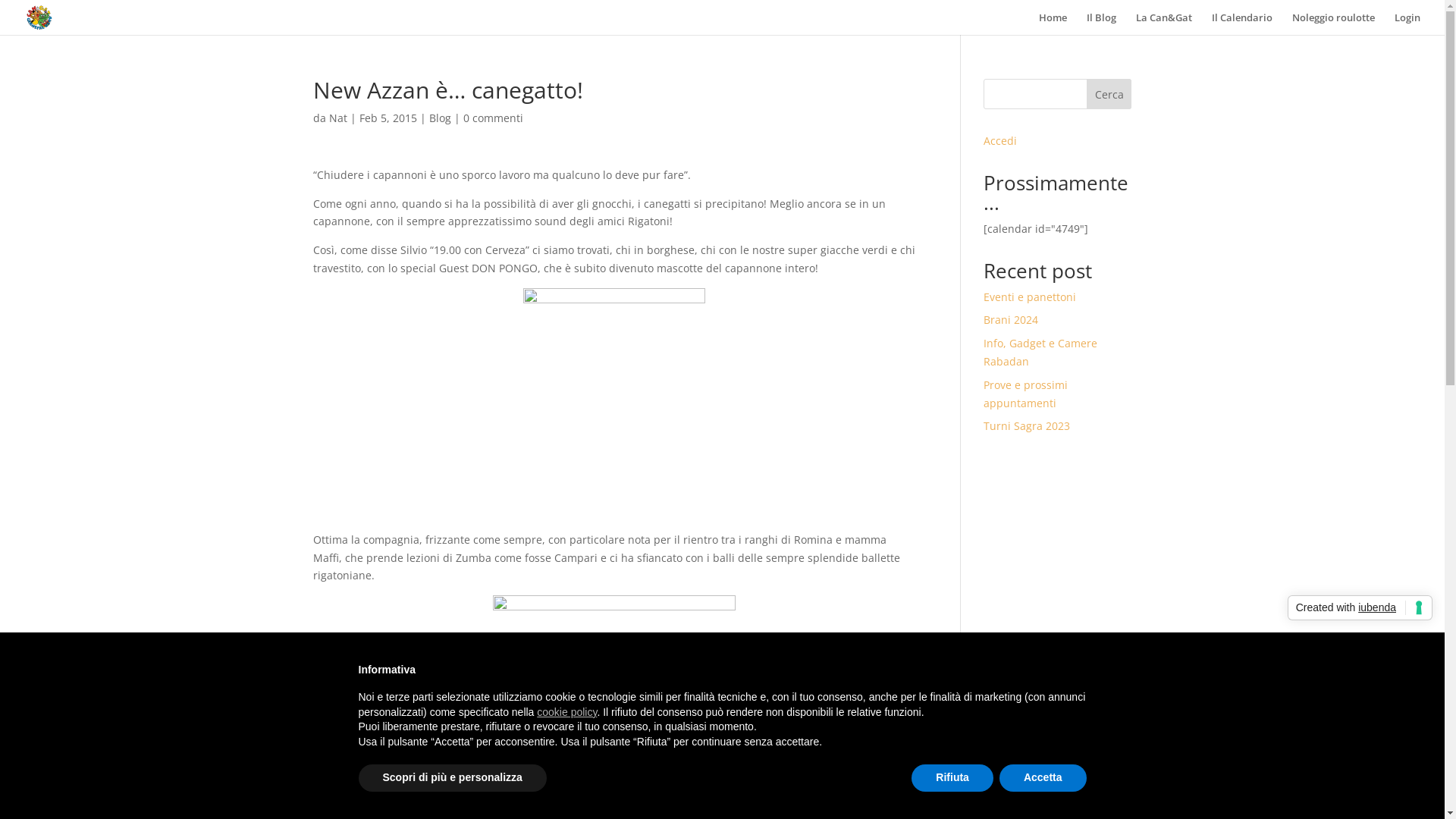 The height and width of the screenshot is (819, 1456). Describe the element at coordinates (1086, 93) in the screenshot. I see `'Cerca'` at that location.